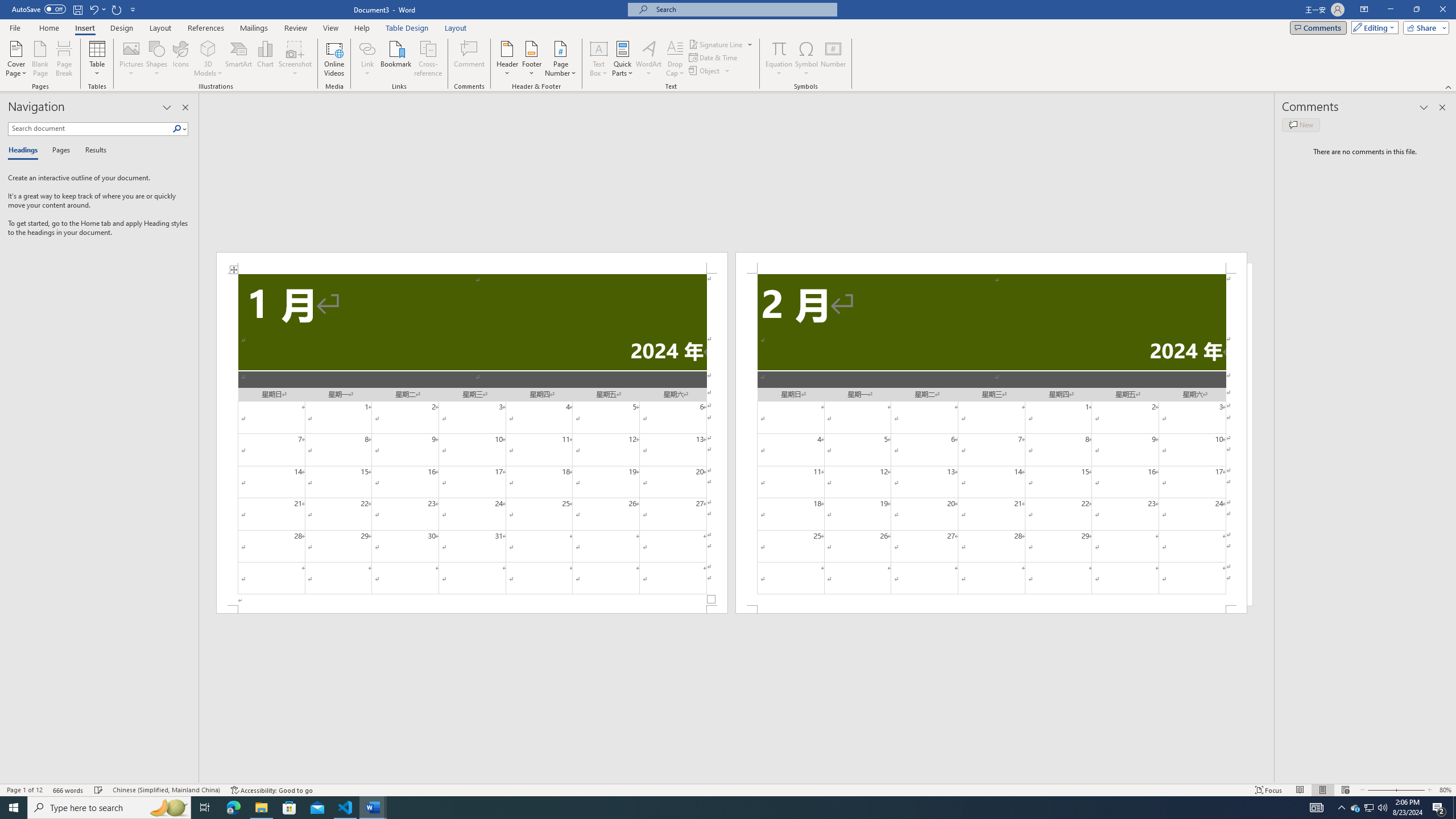 Image resolution: width=1456 pixels, height=819 pixels. I want to click on 'Text Box', so click(598, 59).